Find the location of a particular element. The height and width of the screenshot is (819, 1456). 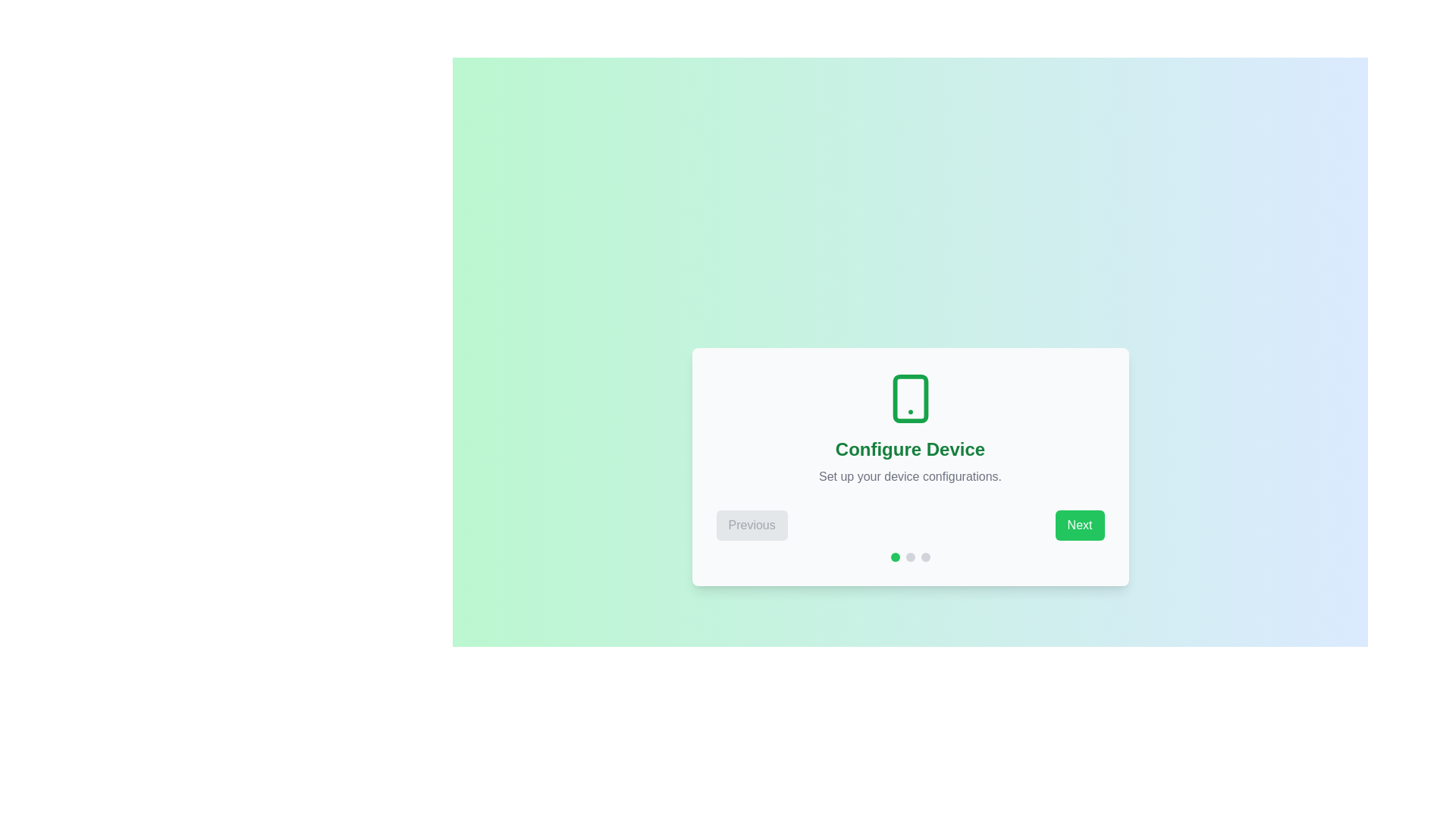

the current step indicator is located at coordinates (895, 557).